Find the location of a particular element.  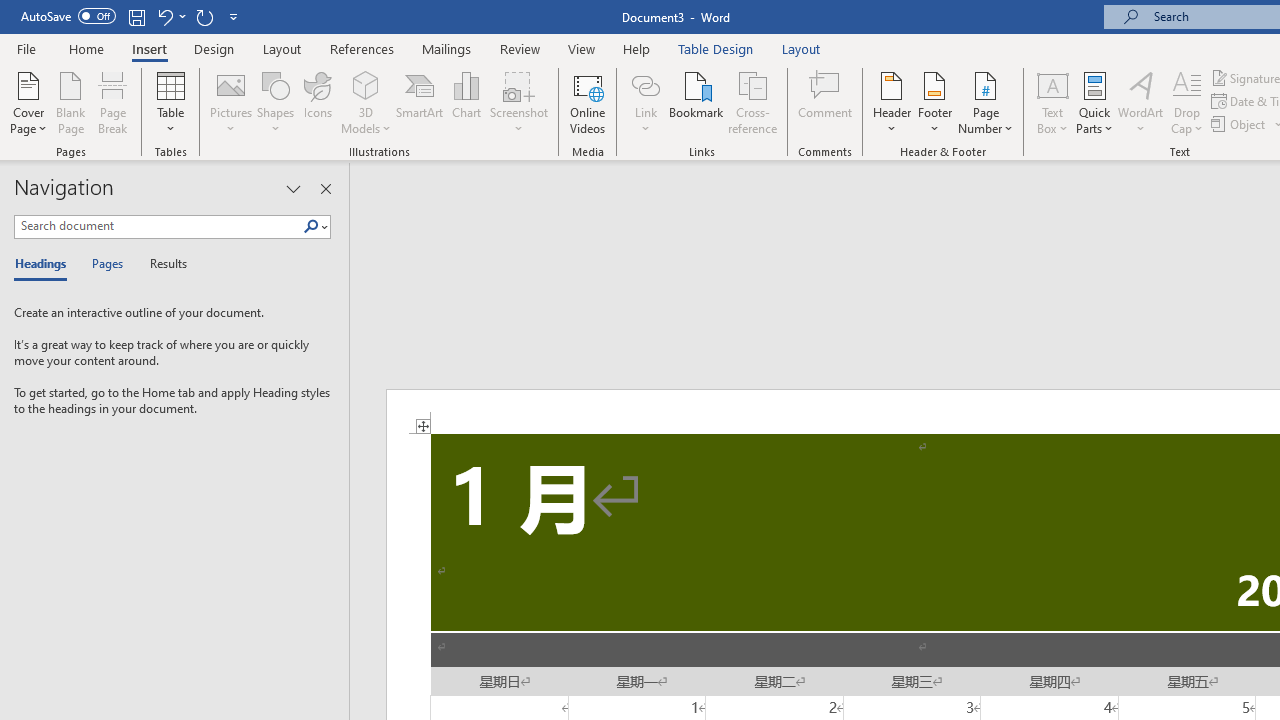

'Insert' is located at coordinates (148, 48).